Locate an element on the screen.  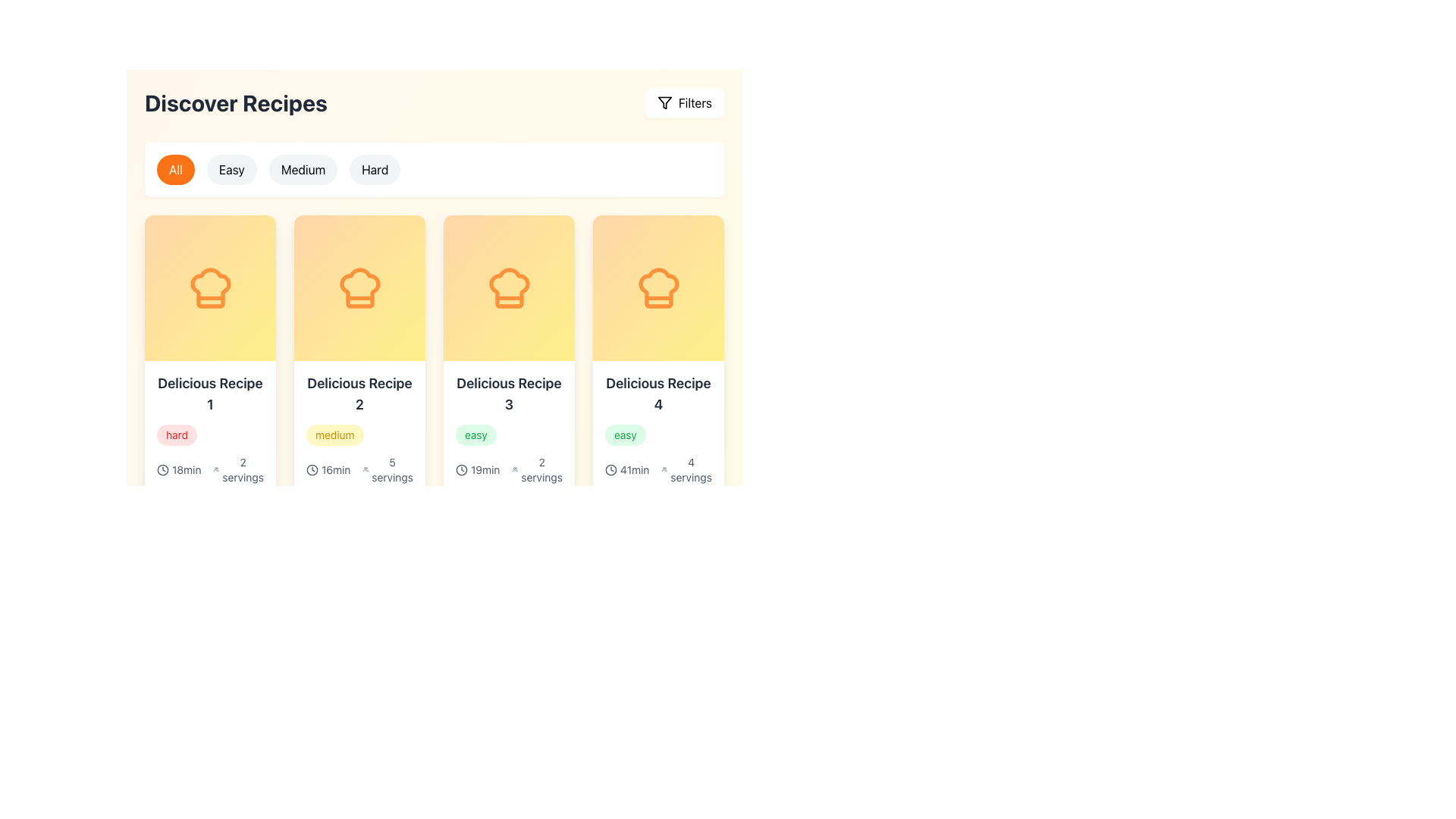
the SVG circle that serves as the outer boundary of the clock symbol, located centrally within the clock graphic in the bottom left corner of the fourth recipe card is located at coordinates (461, 469).